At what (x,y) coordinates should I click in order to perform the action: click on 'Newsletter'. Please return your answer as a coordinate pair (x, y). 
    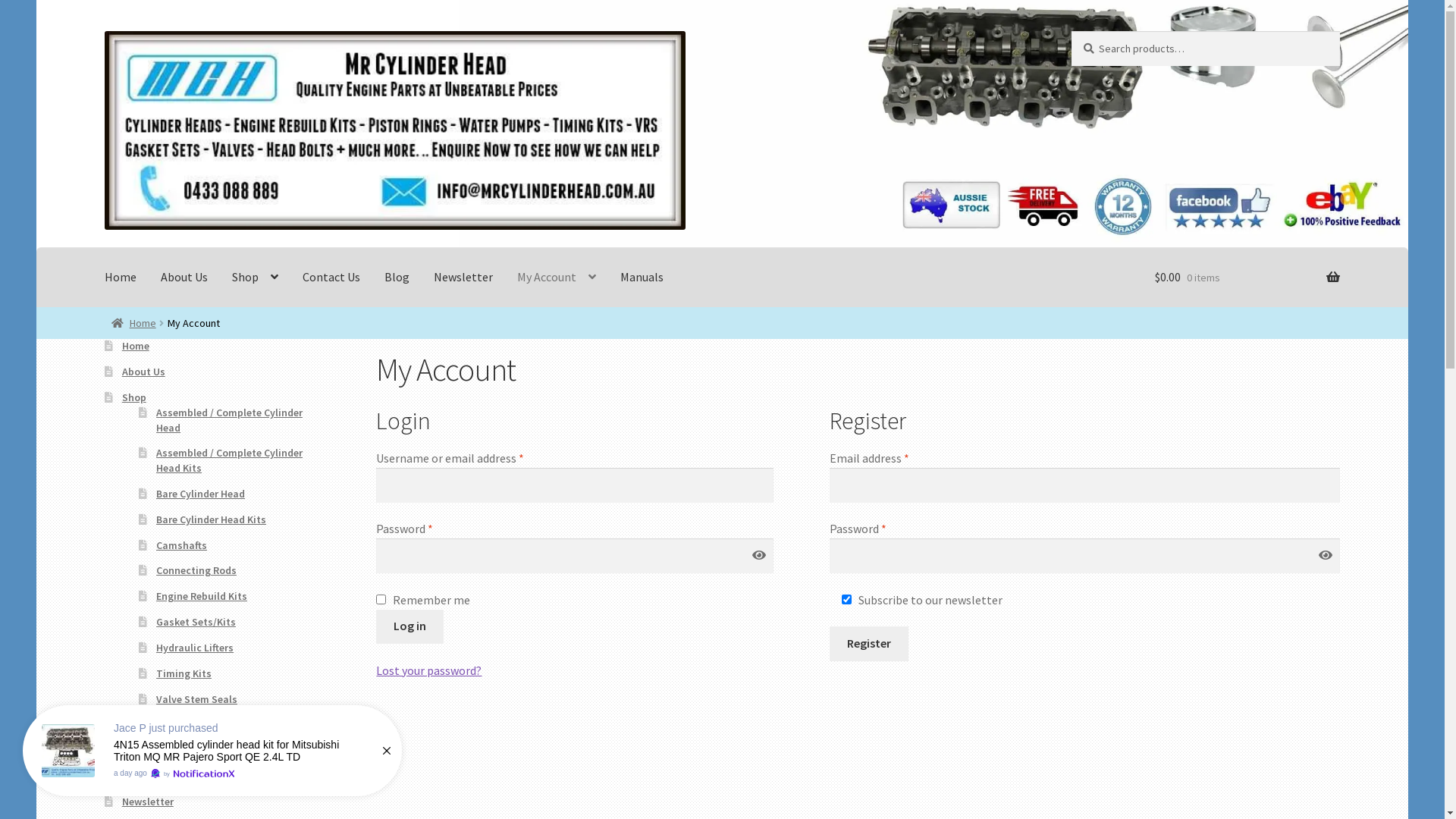
    Looking at the image, I should click on (462, 277).